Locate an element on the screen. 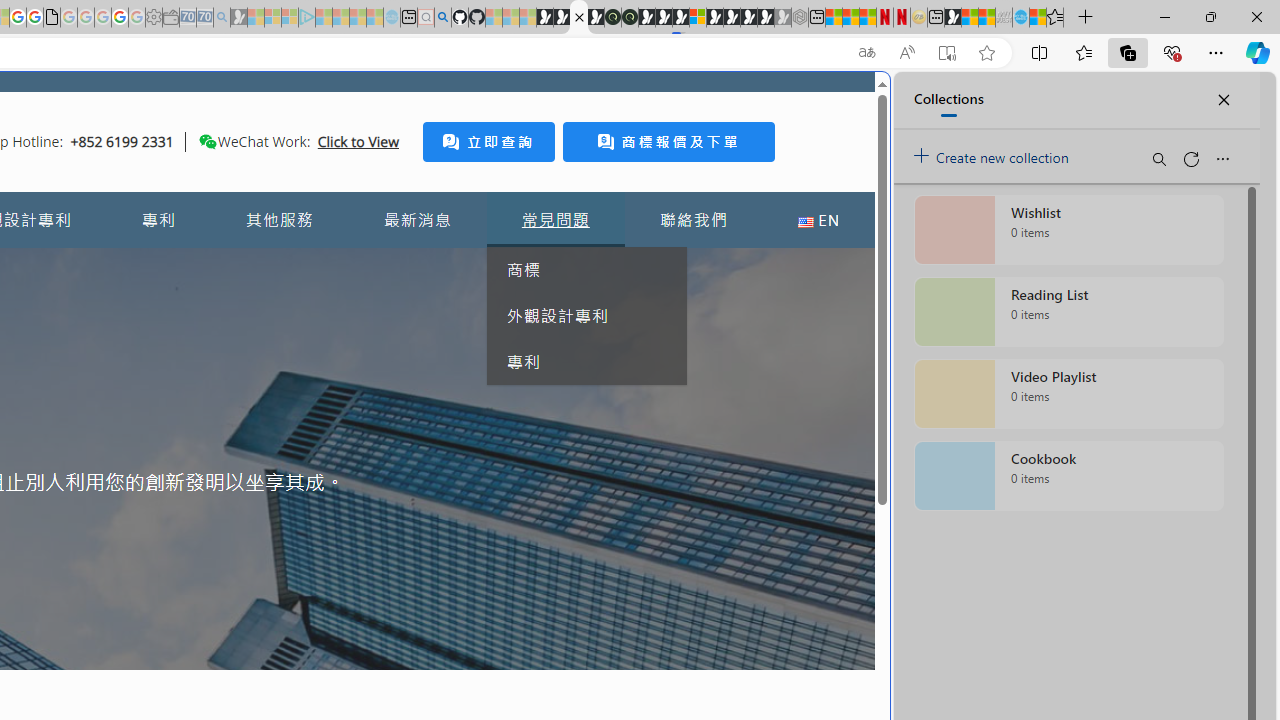 Image resolution: width=1280 pixels, height=720 pixels. 'Future Focus Report 2024' is located at coordinates (628, 17).